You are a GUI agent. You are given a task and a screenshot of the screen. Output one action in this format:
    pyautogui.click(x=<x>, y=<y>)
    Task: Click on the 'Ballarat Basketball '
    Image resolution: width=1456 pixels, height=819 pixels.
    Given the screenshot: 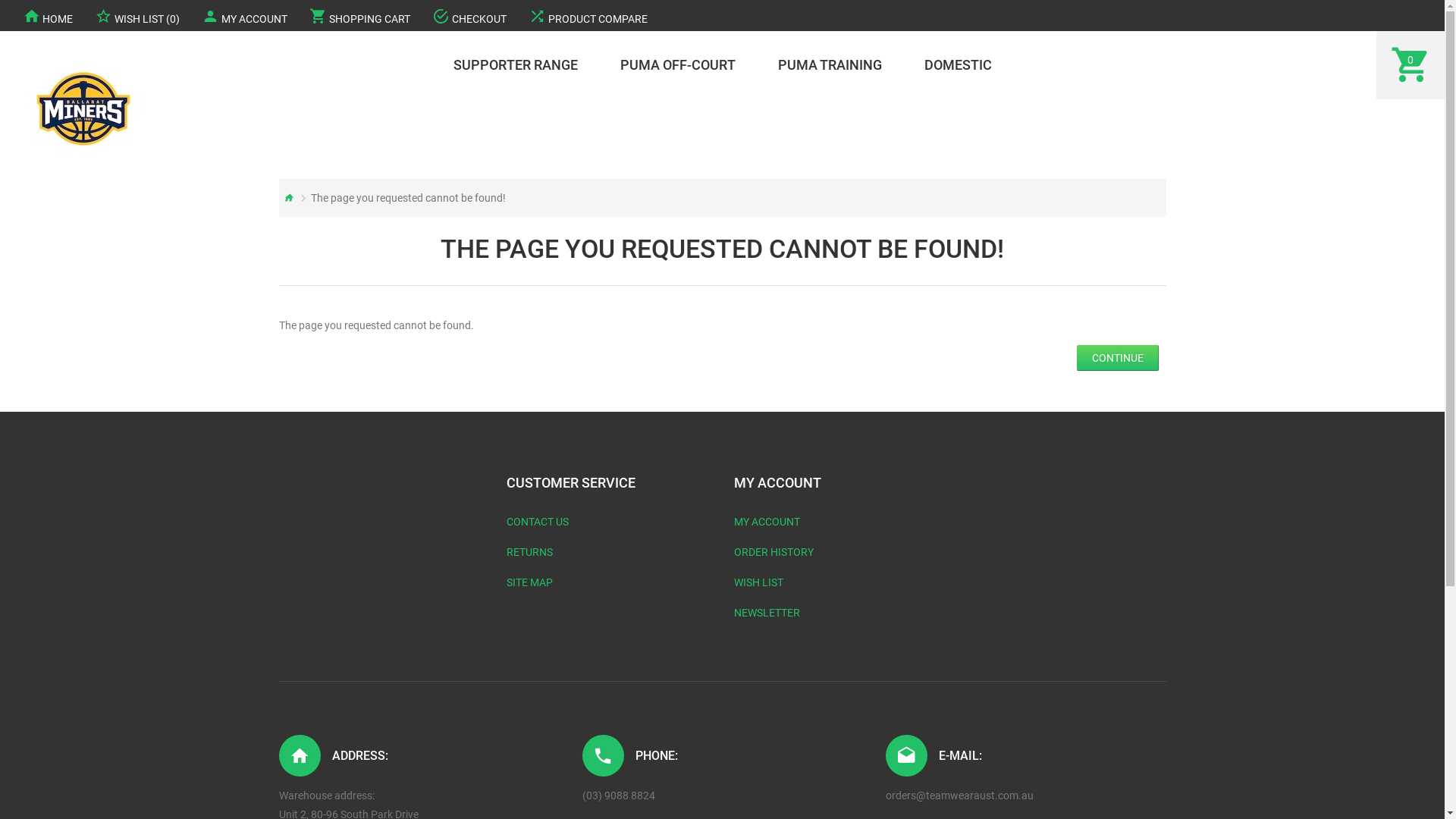 What is the action you would take?
    pyautogui.click(x=83, y=108)
    